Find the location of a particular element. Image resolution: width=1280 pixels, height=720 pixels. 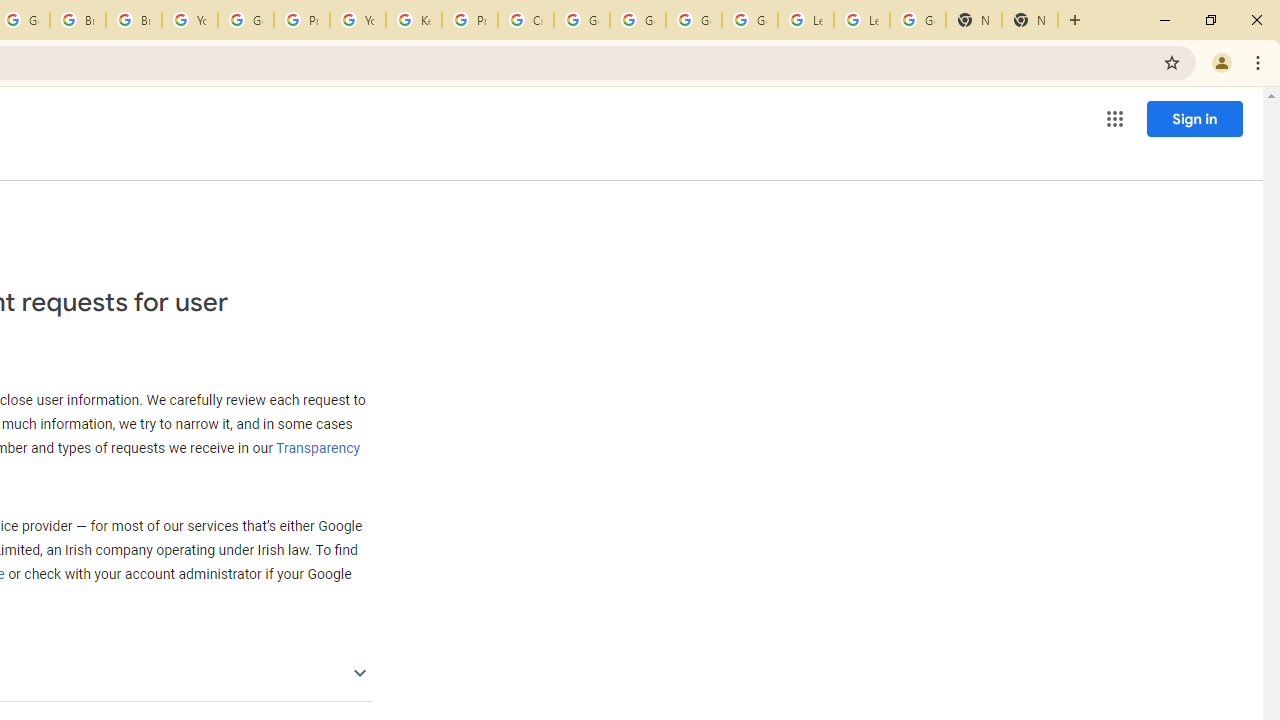

'New Tab' is located at coordinates (974, 20).